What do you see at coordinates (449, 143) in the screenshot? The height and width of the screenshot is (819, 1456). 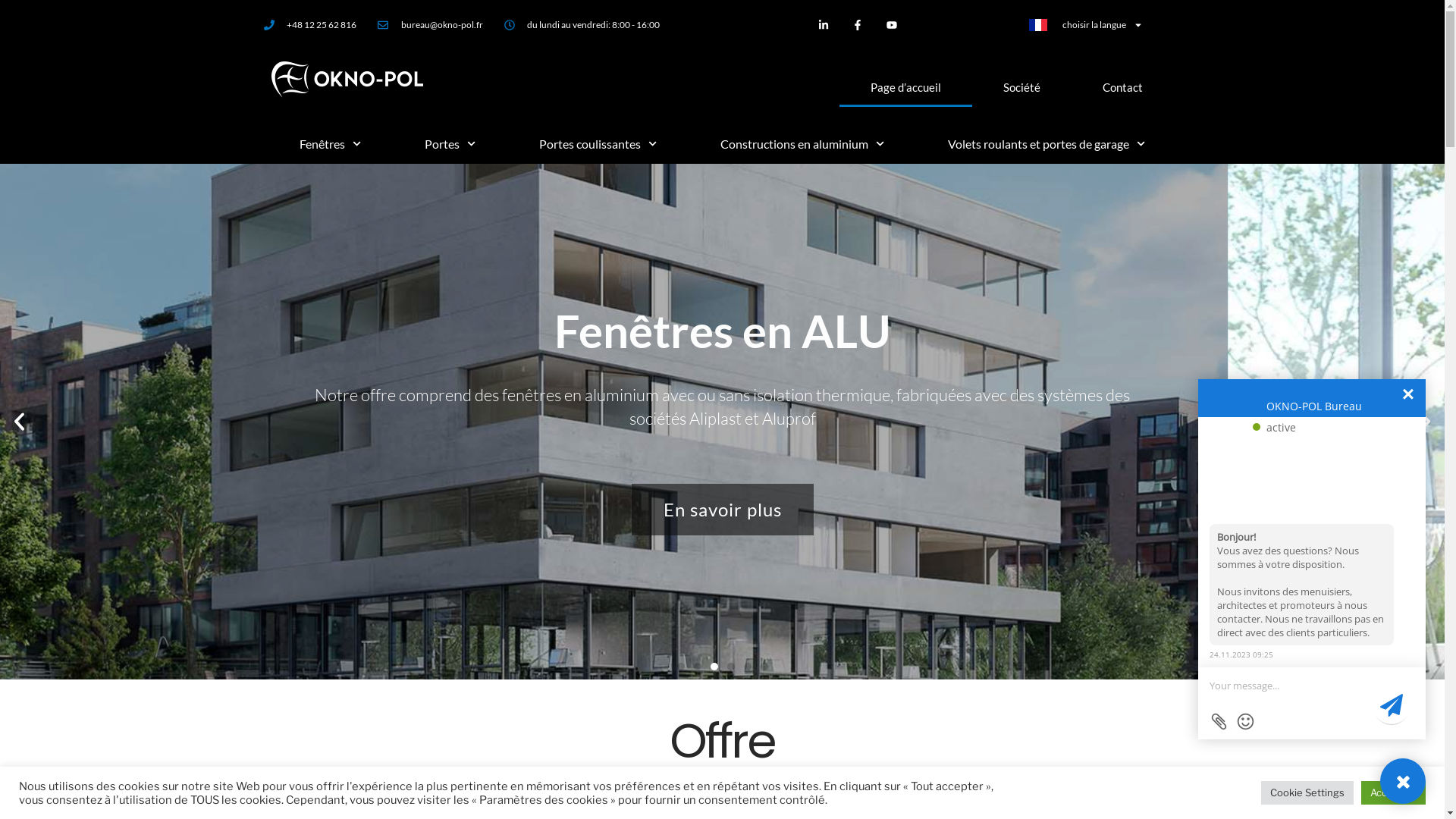 I see `'Portes'` at bounding box center [449, 143].